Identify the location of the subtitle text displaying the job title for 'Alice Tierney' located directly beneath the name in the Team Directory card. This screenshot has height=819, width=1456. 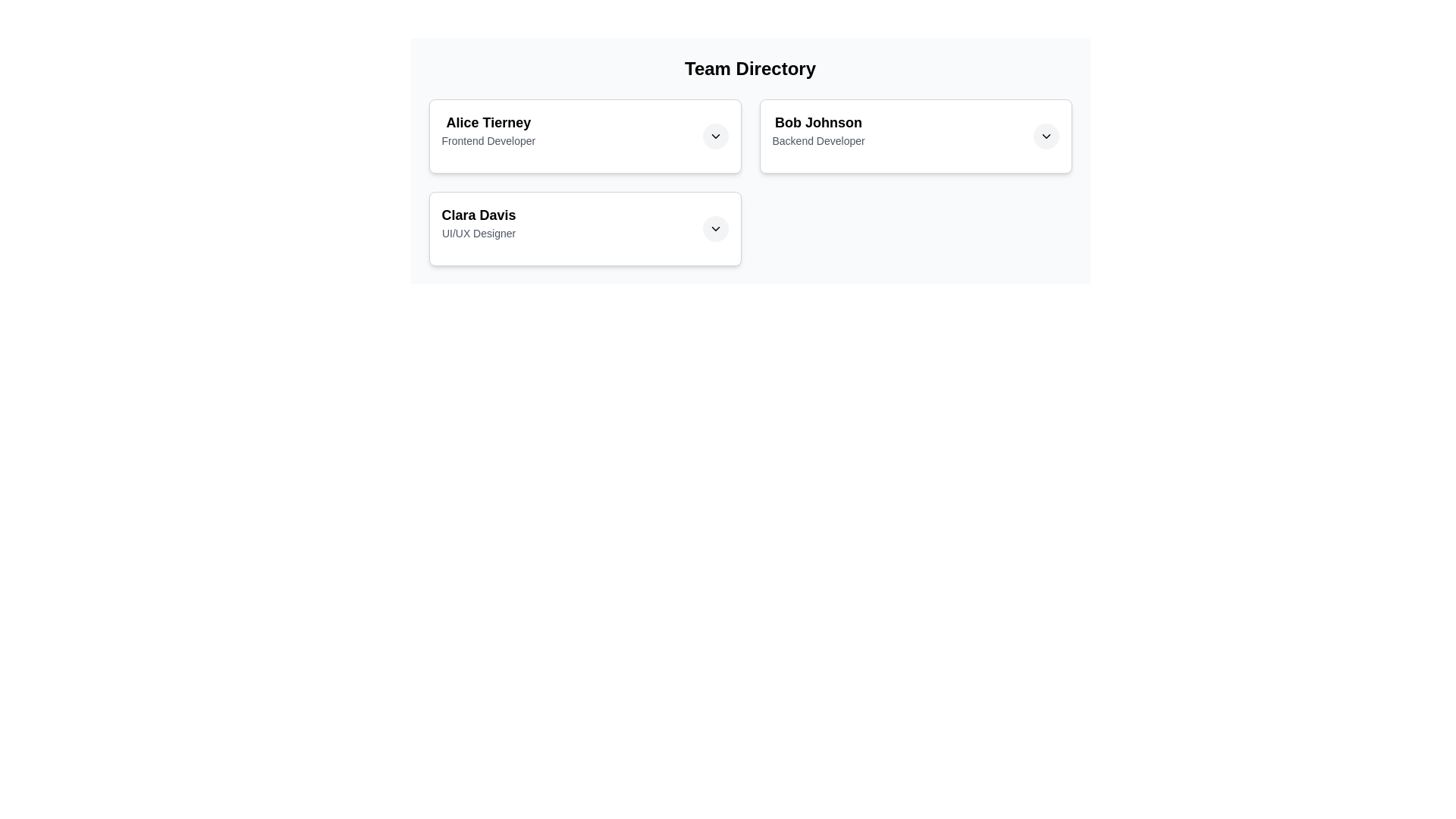
(488, 140).